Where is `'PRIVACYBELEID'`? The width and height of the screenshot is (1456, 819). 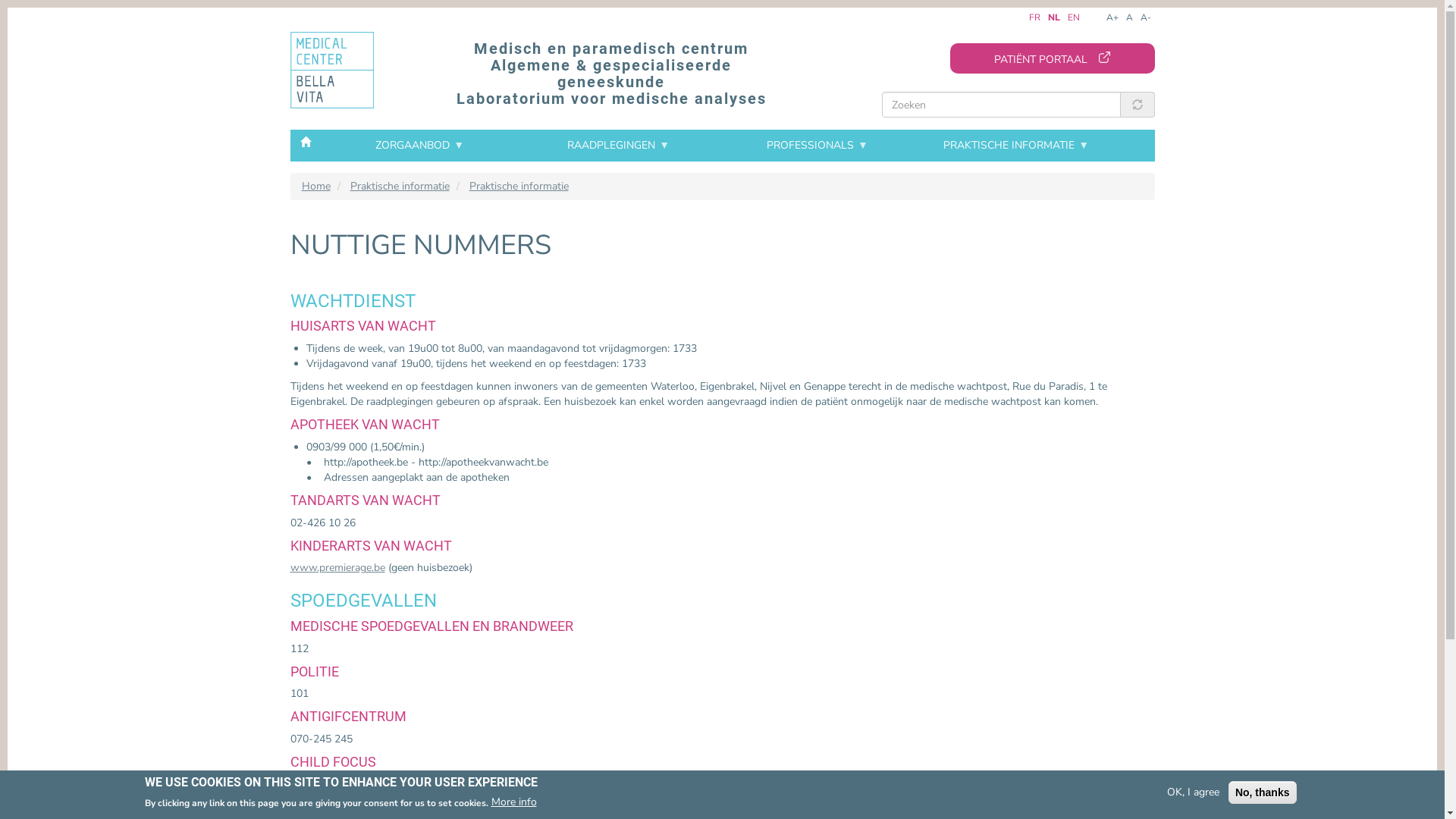
'PRIVACYBELEID' is located at coordinates (387, 390).